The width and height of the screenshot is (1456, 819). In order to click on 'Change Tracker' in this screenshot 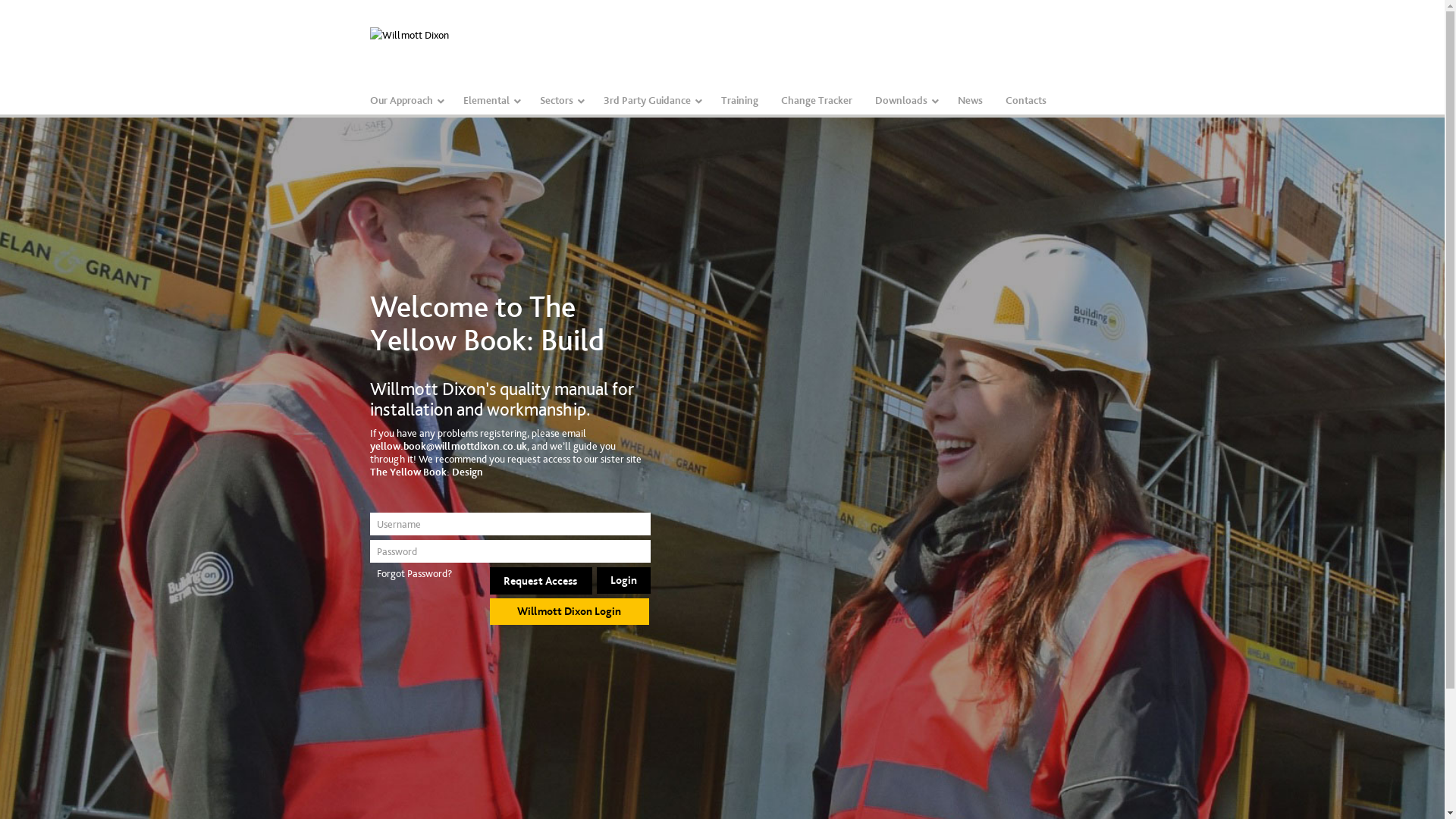, I will do `click(814, 100)`.